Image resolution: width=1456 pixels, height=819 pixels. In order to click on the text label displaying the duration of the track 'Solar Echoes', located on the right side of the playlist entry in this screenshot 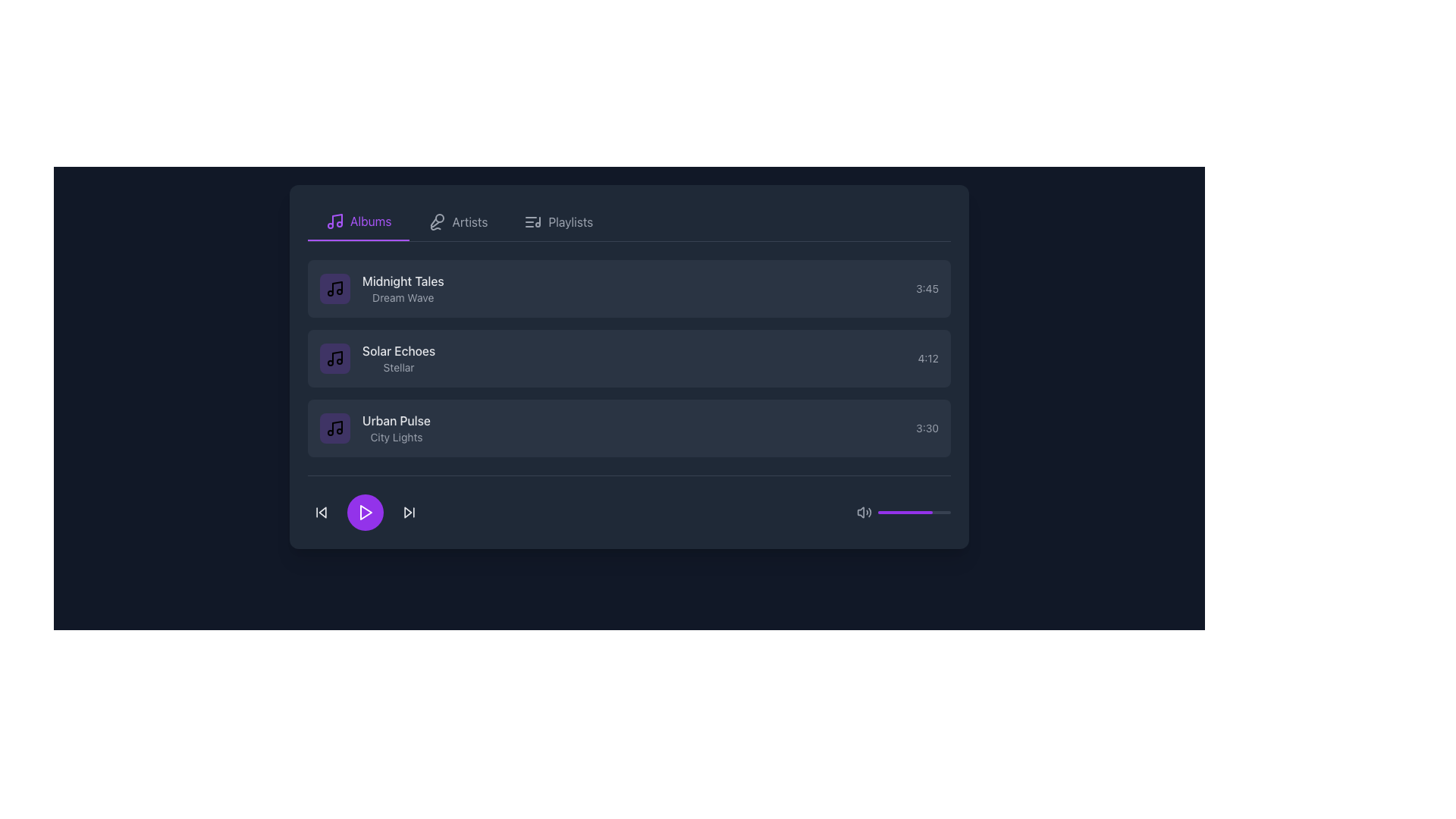, I will do `click(927, 359)`.